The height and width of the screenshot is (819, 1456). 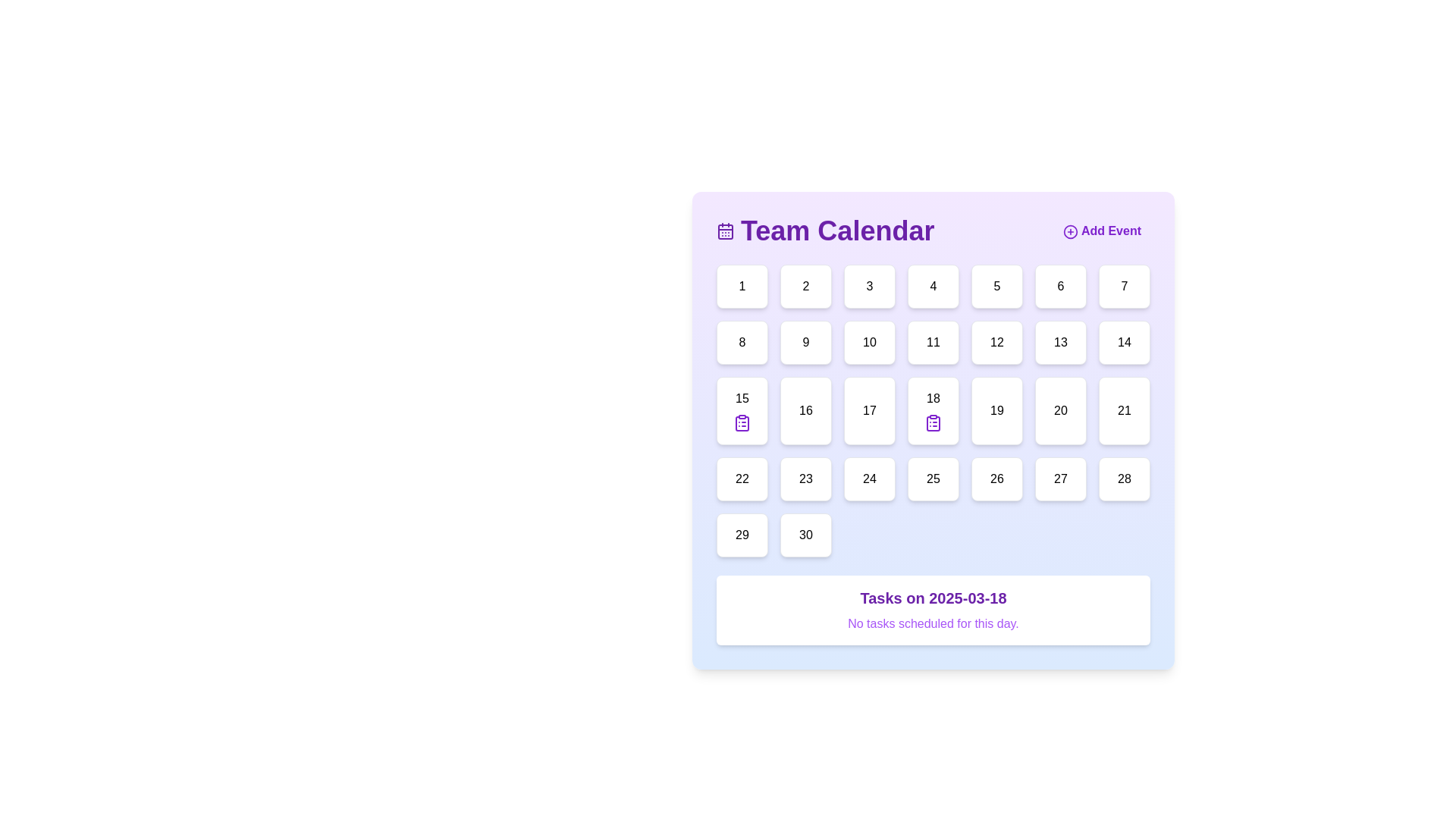 I want to click on the Calendar Date Box in the first column of the third row, so click(x=742, y=411).